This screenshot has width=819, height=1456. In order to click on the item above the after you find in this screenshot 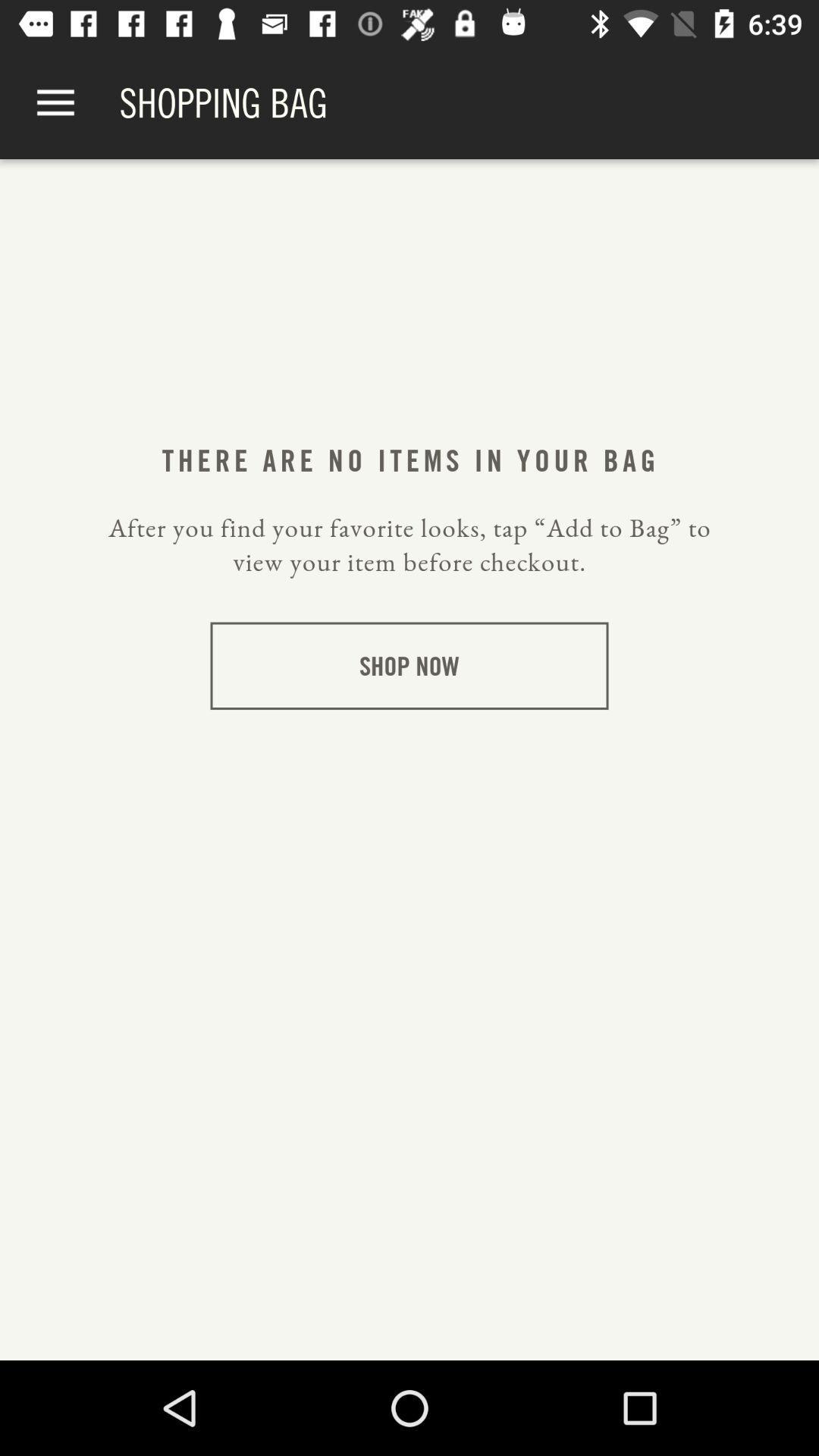, I will do `click(55, 102)`.